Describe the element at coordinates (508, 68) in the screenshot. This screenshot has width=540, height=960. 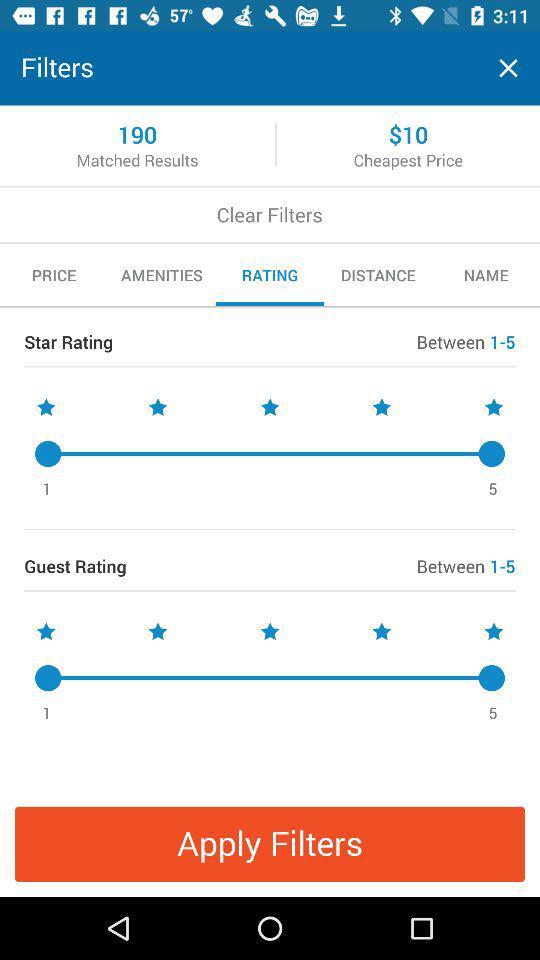
I see `icon next to the filters icon` at that location.